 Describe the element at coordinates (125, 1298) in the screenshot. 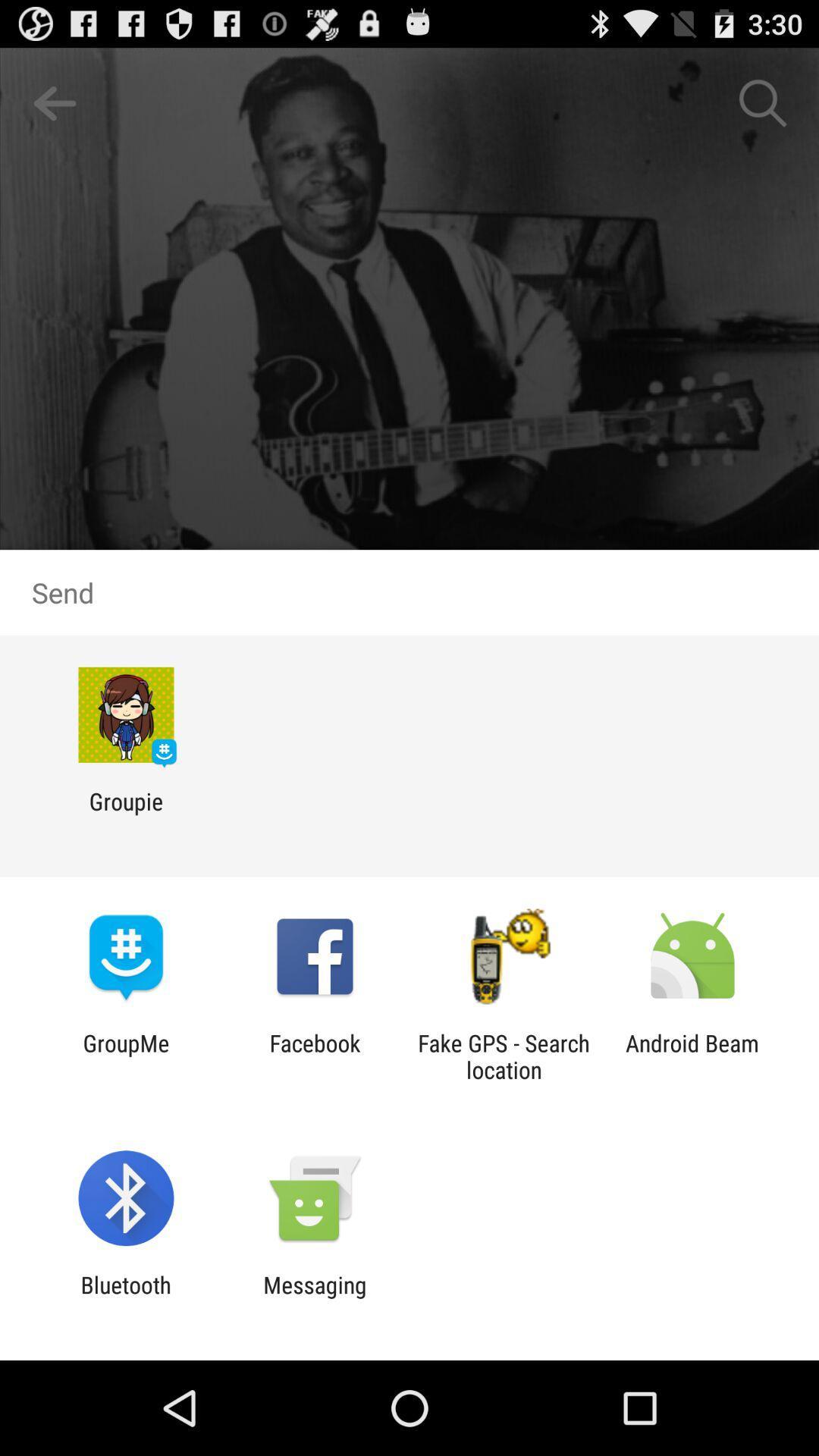

I see `app to the left of messaging item` at that location.